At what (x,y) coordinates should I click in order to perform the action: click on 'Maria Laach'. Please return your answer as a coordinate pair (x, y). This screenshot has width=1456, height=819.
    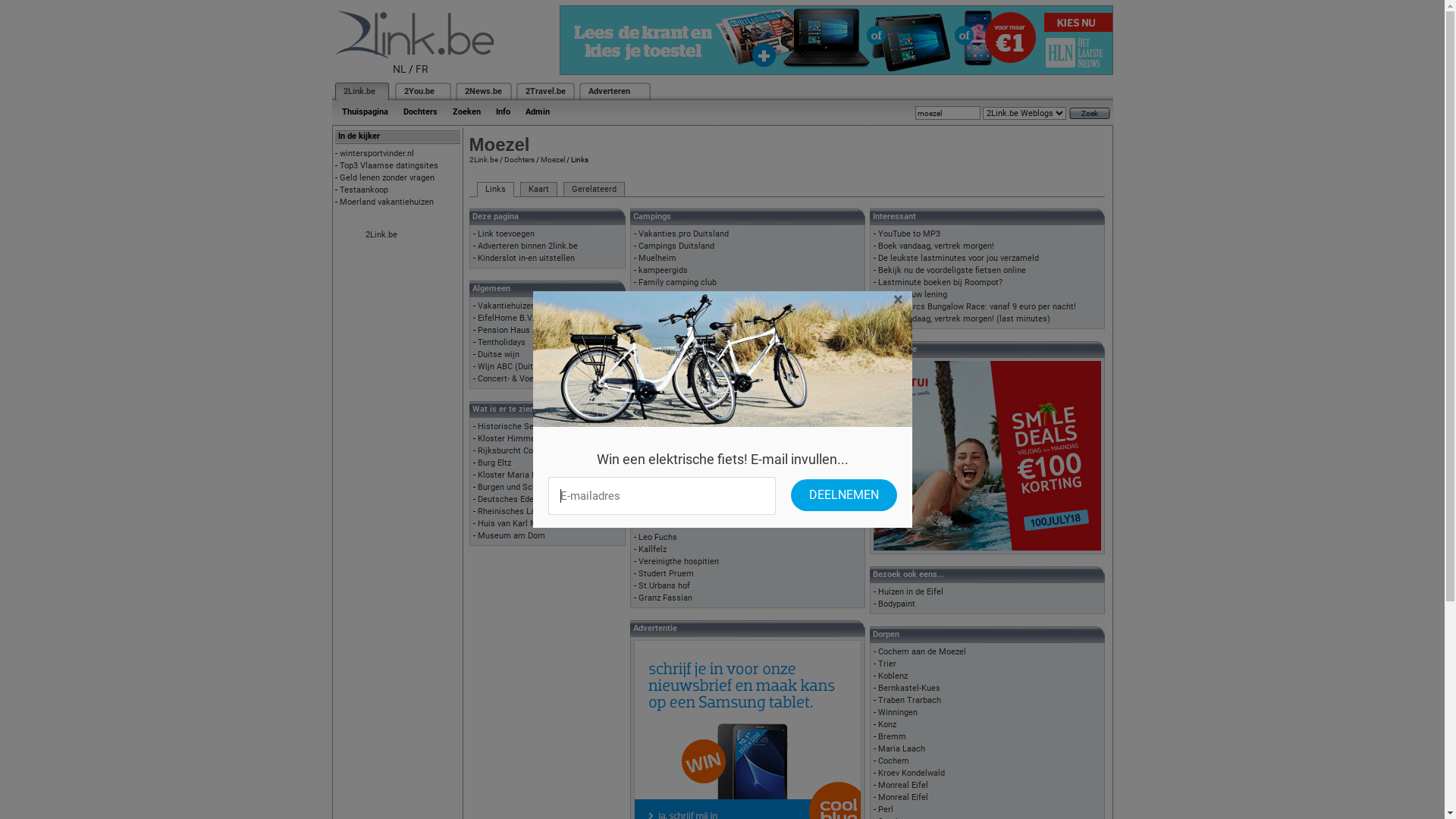
    Looking at the image, I should click on (877, 748).